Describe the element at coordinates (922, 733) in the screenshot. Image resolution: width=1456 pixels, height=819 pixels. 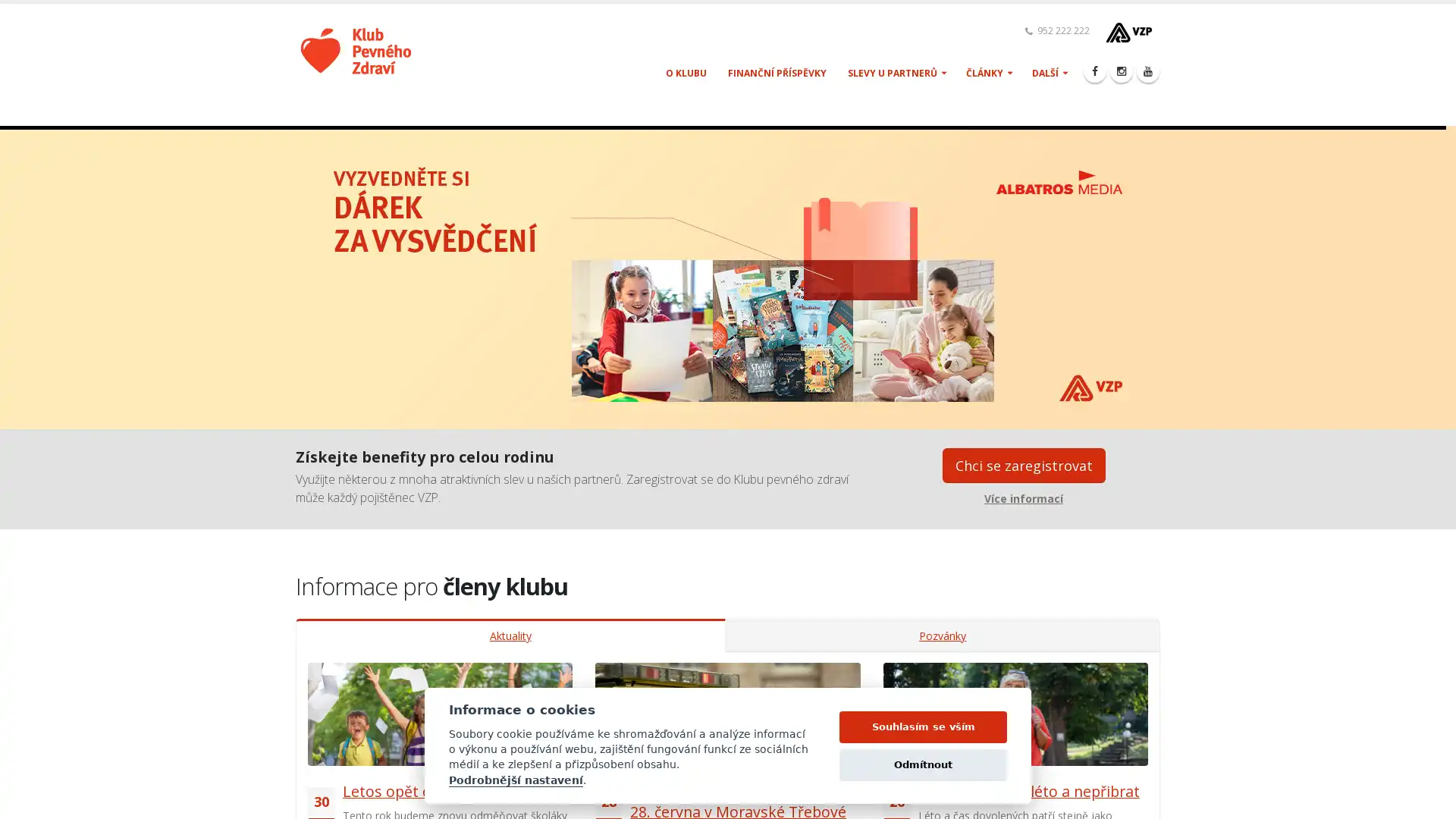
I see `Souhlasim se vsim` at that location.